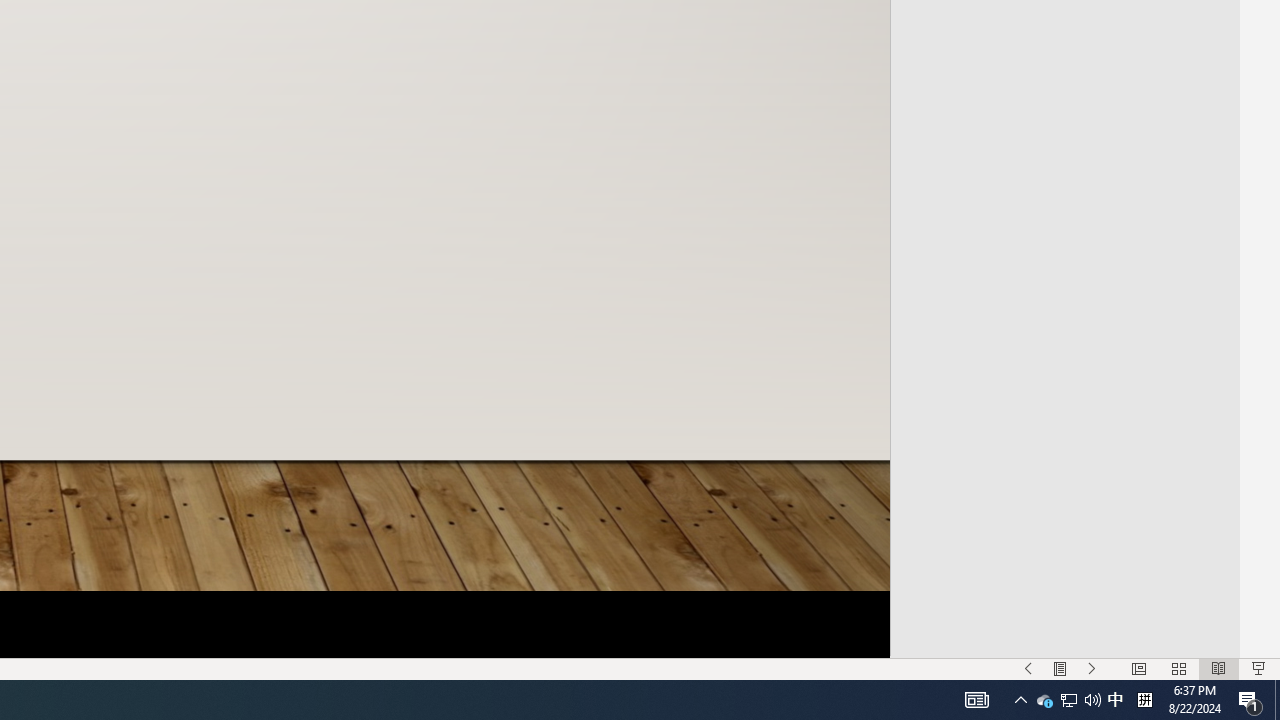 This screenshot has height=720, width=1280. Describe the element at coordinates (1091, 669) in the screenshot. I see `'Slide Show Next On'` at that location.